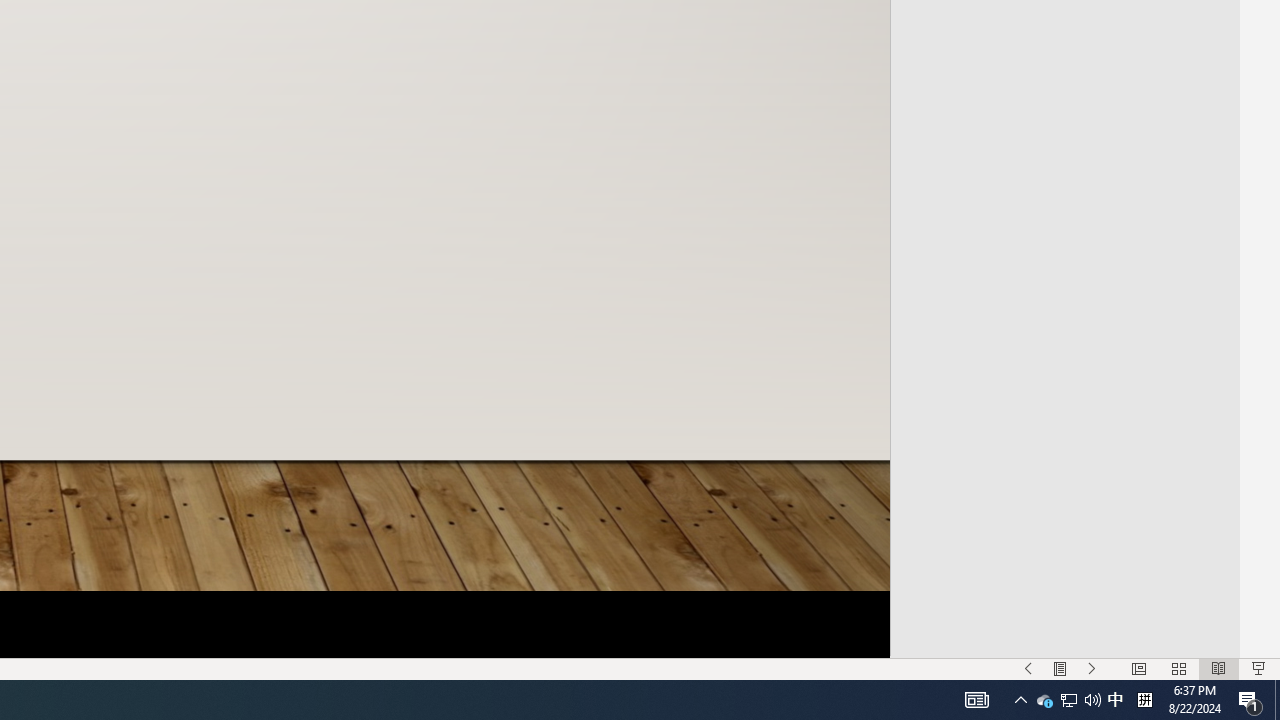 This screenshot has height=720, width=1280. Describe the element at coordinates (1091, 669) in the screenshot. I see `'Slide Show Next On'` at that location.